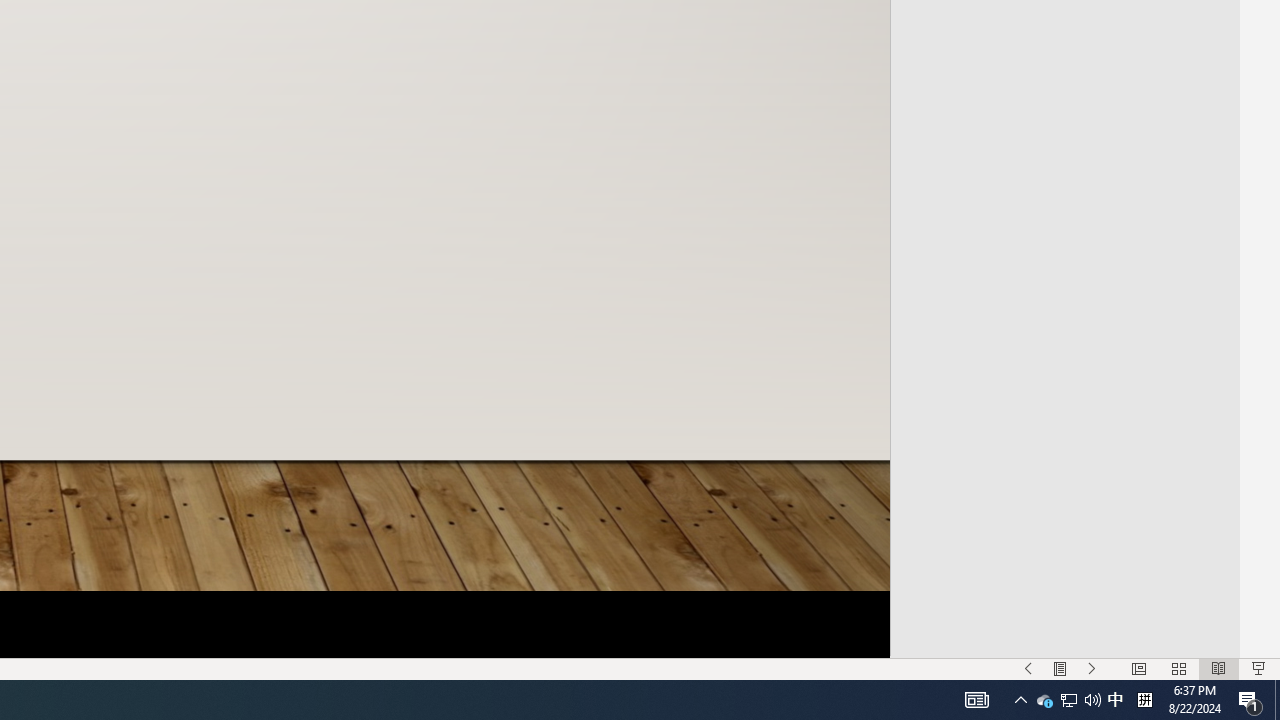 This screenshot has height=720, width=1280. Describe the element at coordinates (1091, 669) in the screenshot. I see `'Slide Show Next On'` at that location.